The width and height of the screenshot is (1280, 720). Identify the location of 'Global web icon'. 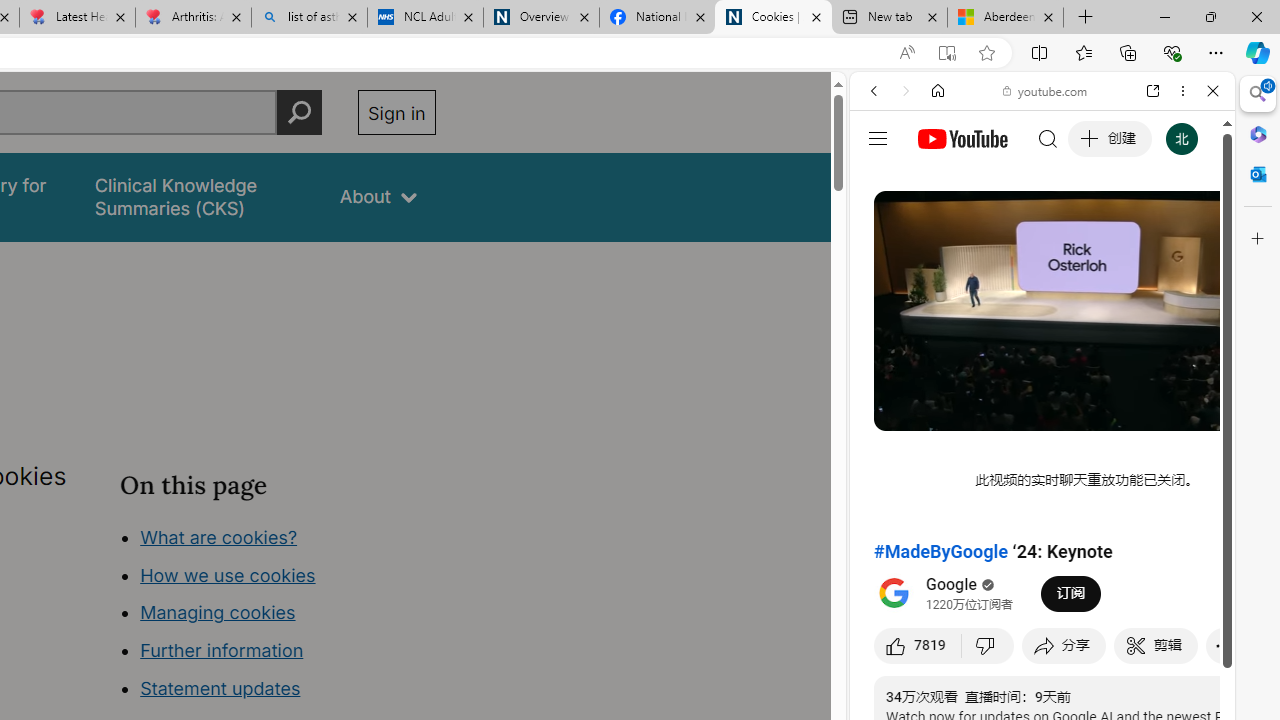
(887, 288).